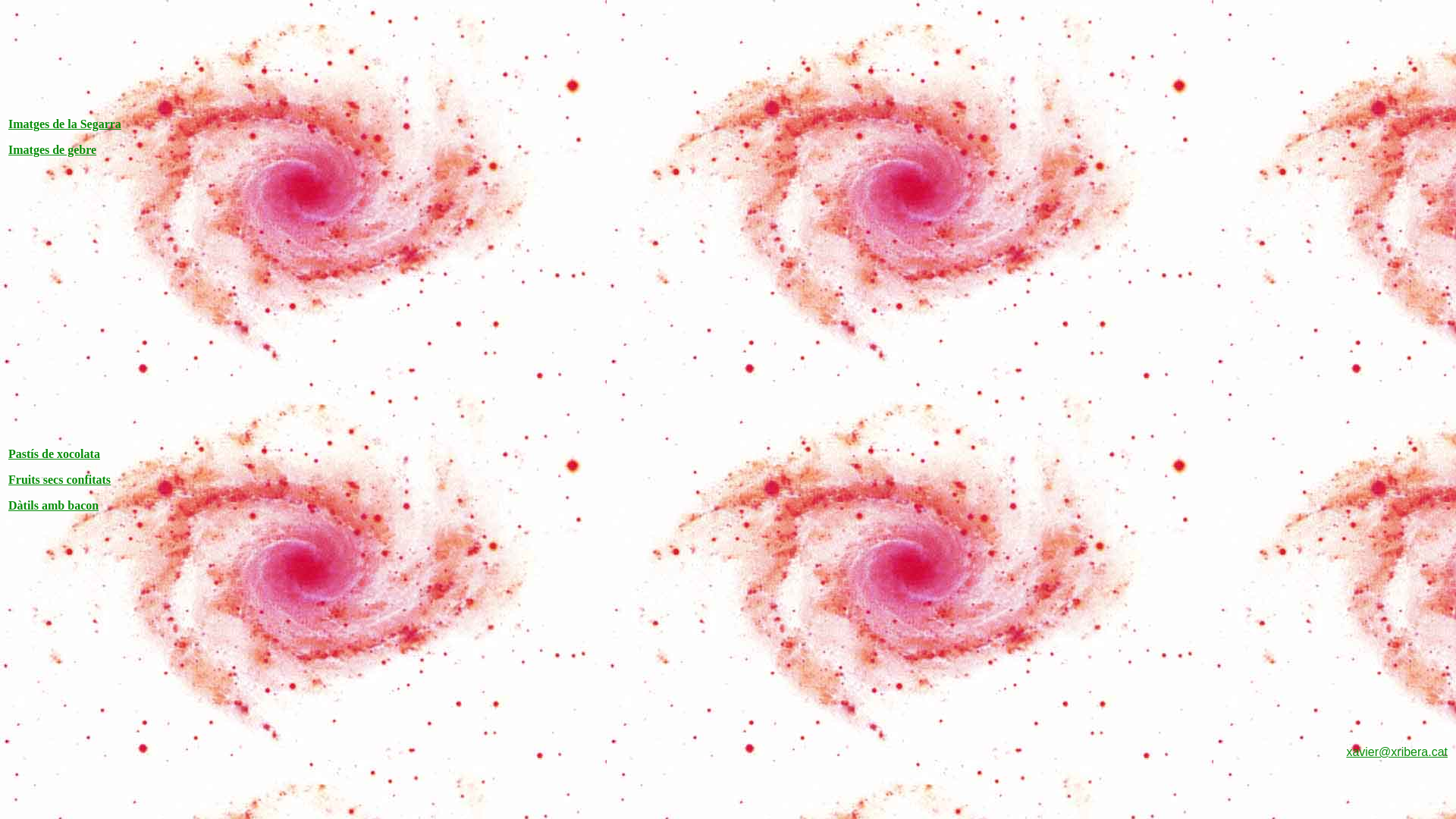 The height and width of the screenshot is (819, 1456). Describe the element at coordinates (1396, 752) in the screenshot. I see `'xavier@xribera.cat'` at that location.